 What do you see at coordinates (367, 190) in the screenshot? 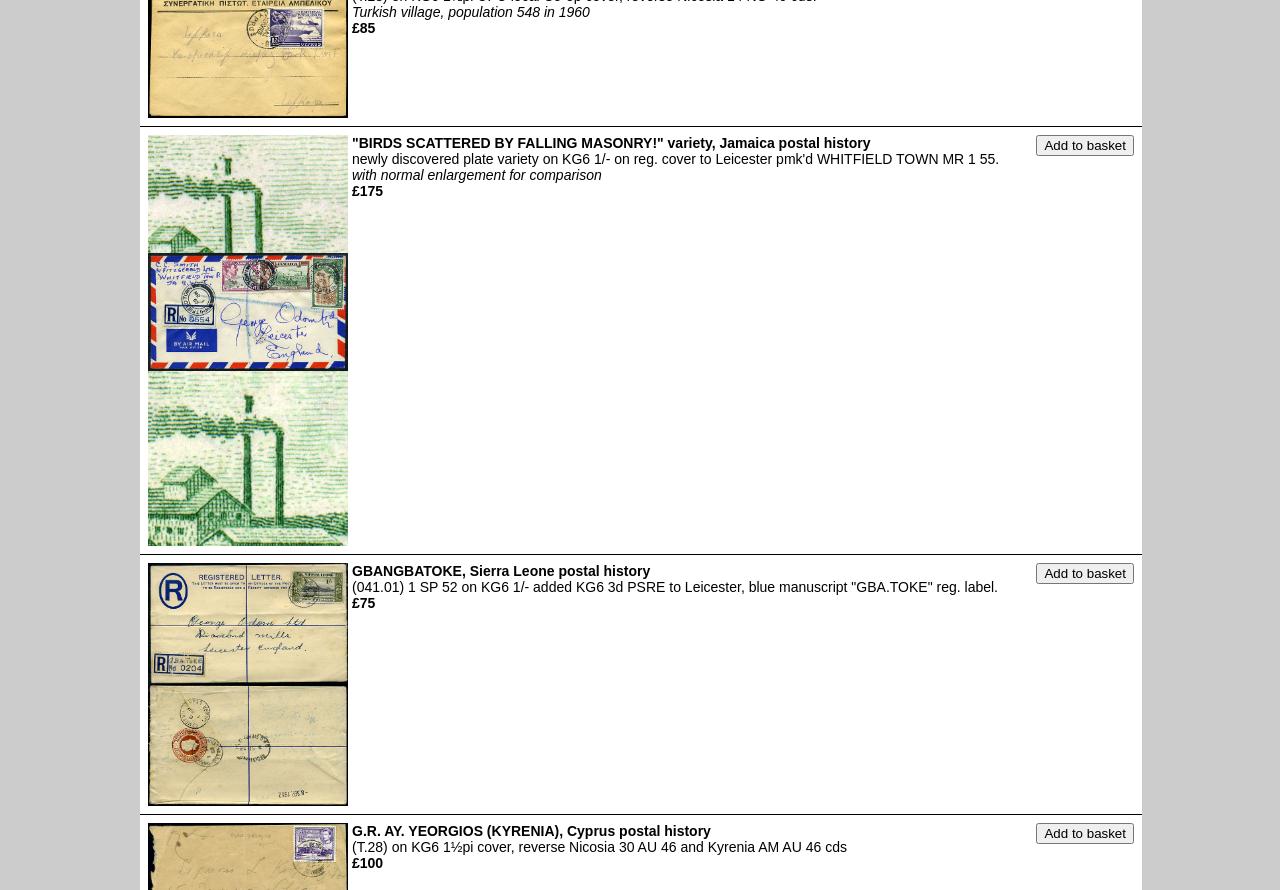
I see `'£175'` at bounding box center [367, 190].